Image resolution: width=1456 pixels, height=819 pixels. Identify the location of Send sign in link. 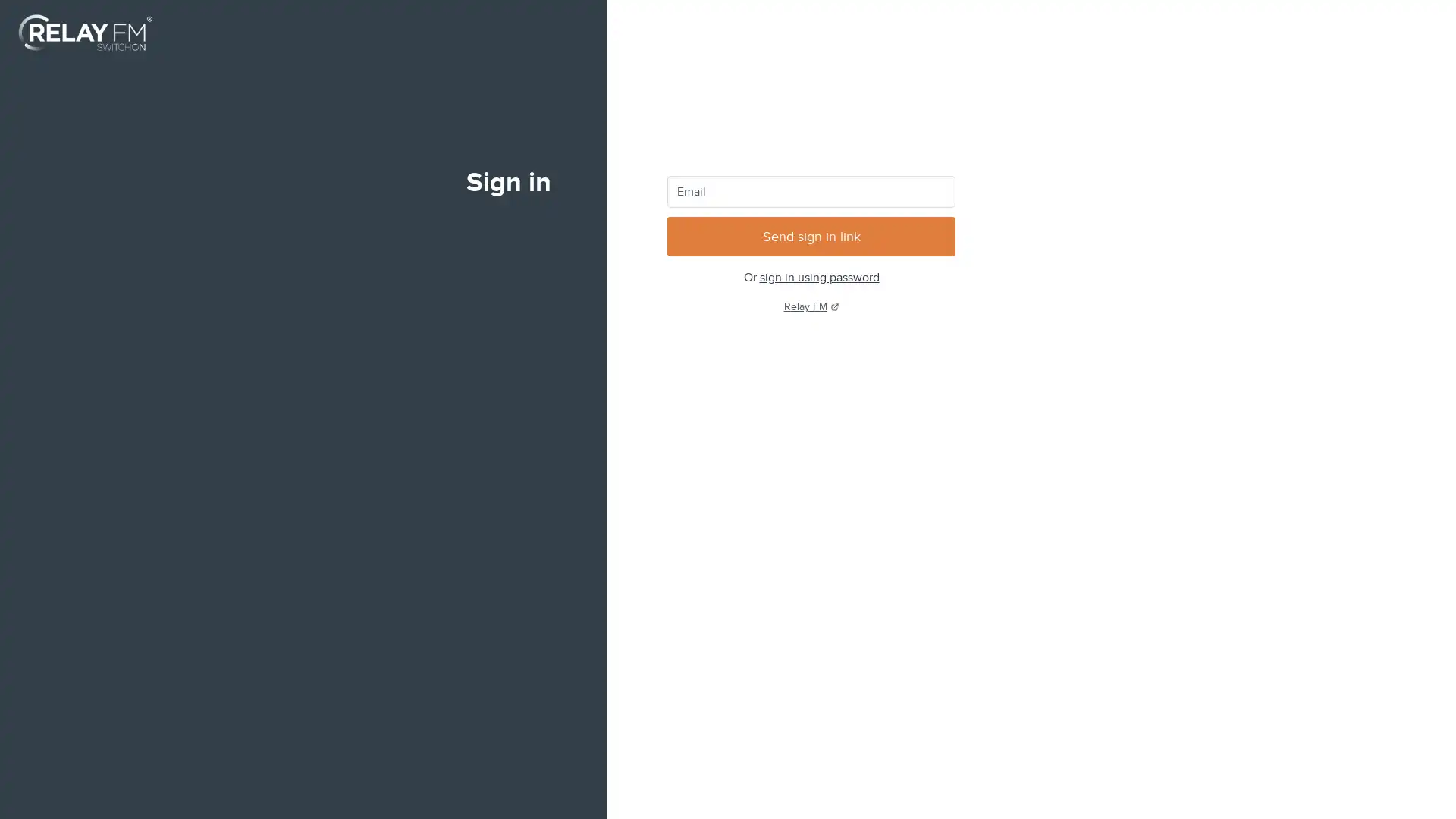
(811, 237).